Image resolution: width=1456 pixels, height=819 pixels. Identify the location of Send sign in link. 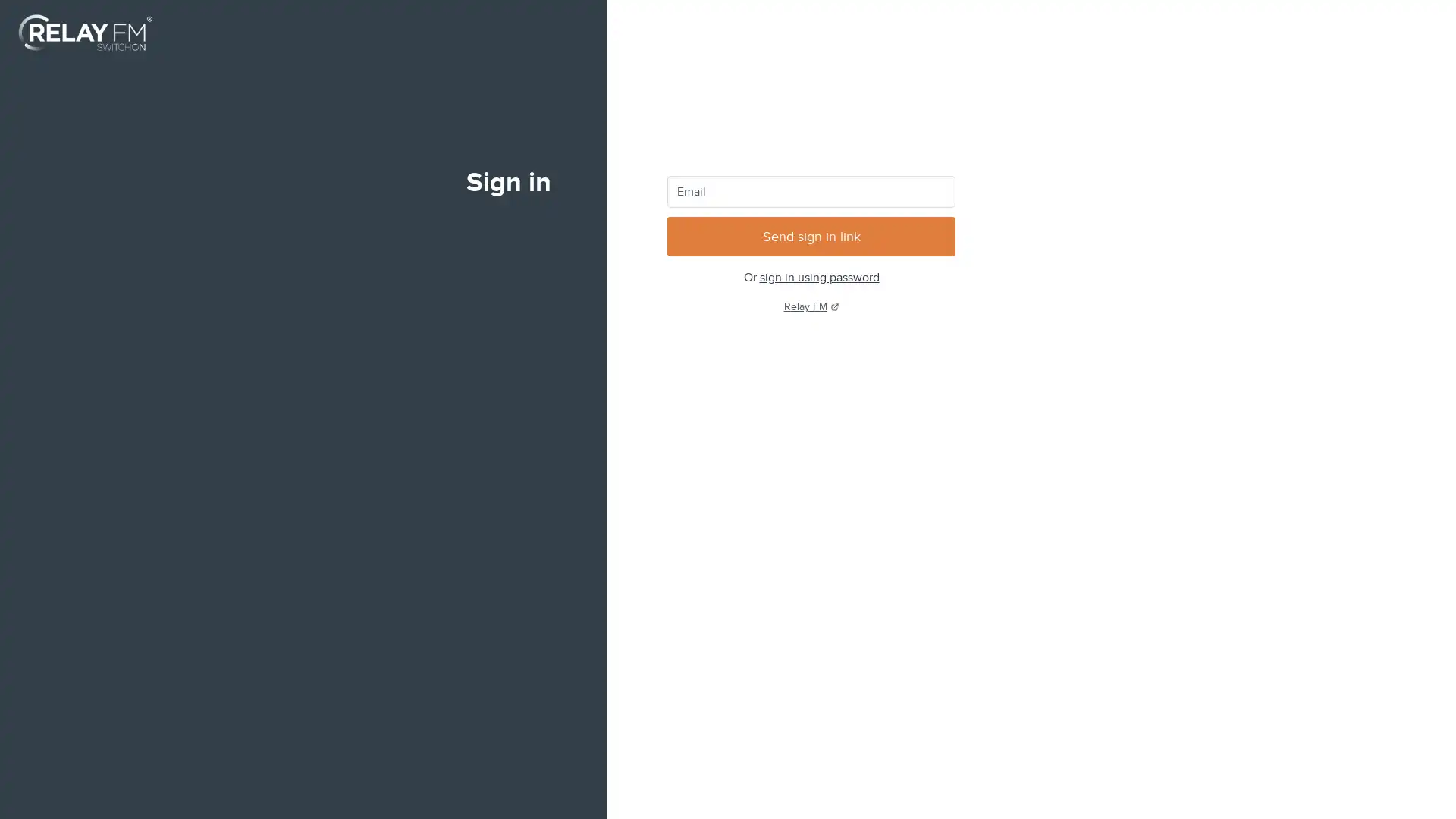
(811, 237).